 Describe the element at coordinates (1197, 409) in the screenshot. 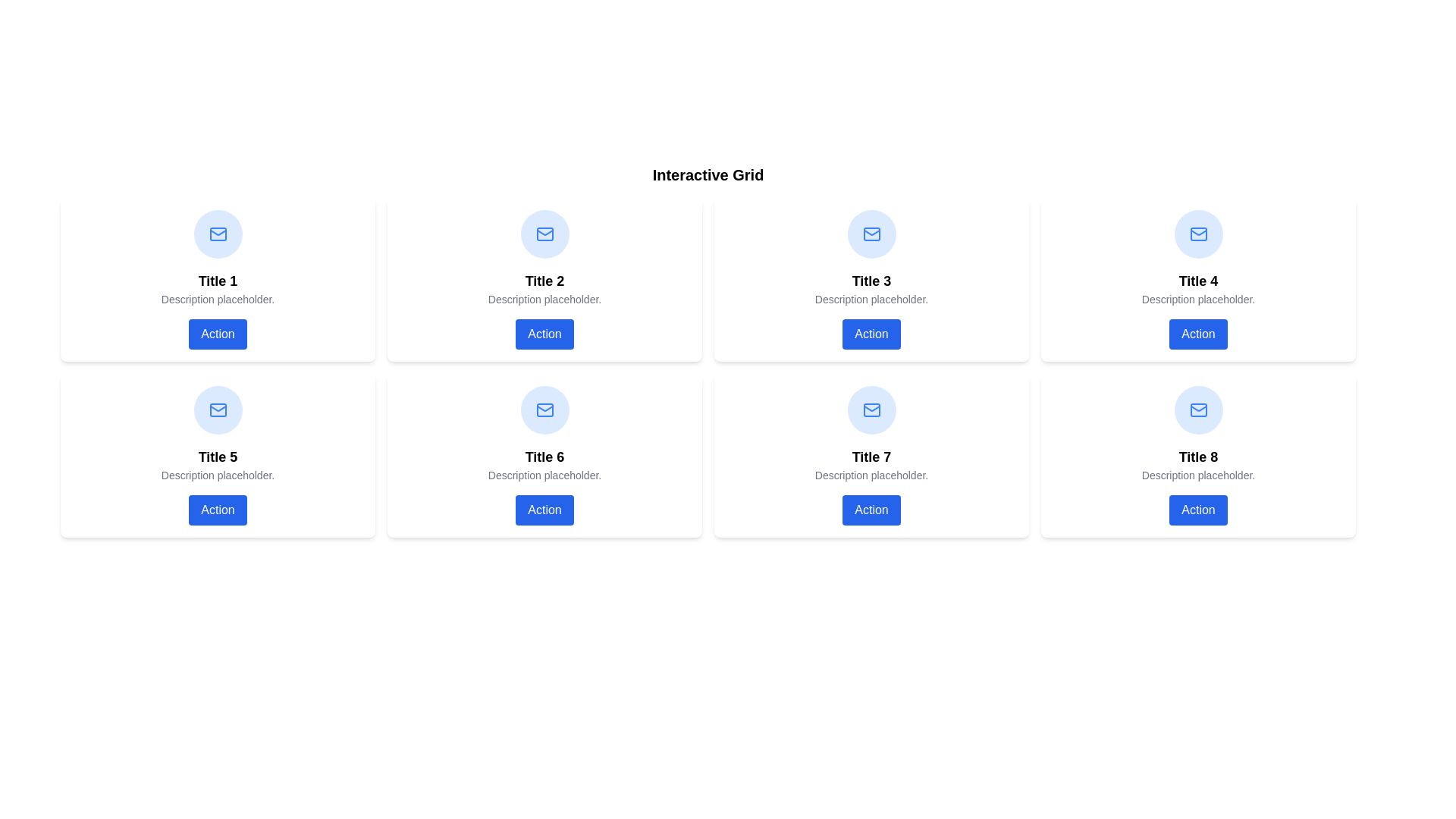

I see `the SVG rectangle element representing the body of the envelope icon located in the bottom-right grid panel titled 'Title 8'` at that location.